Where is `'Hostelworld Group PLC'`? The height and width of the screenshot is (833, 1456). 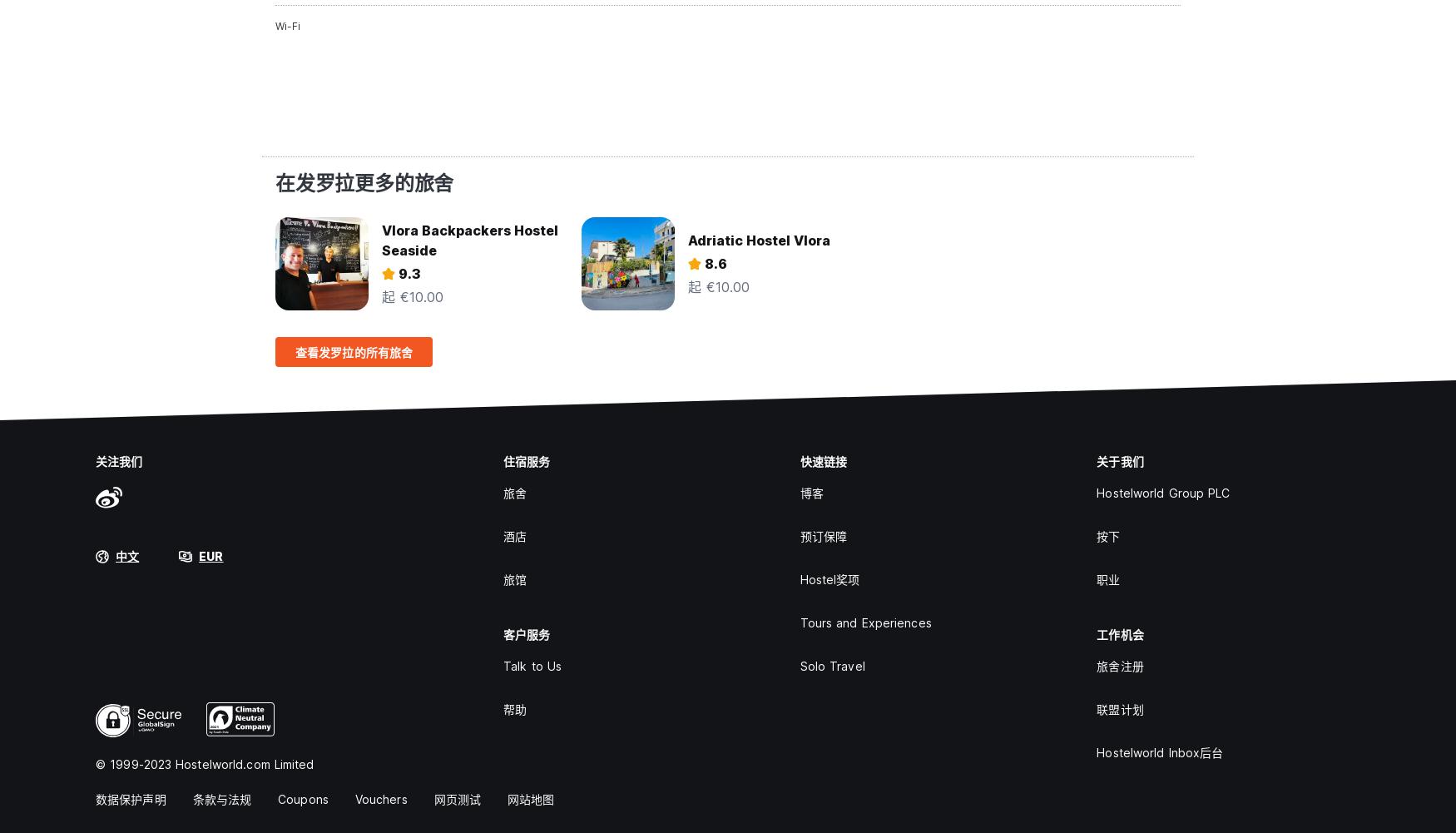 'Hostelworld Group PLC' is located at coordinates (1096, 493).